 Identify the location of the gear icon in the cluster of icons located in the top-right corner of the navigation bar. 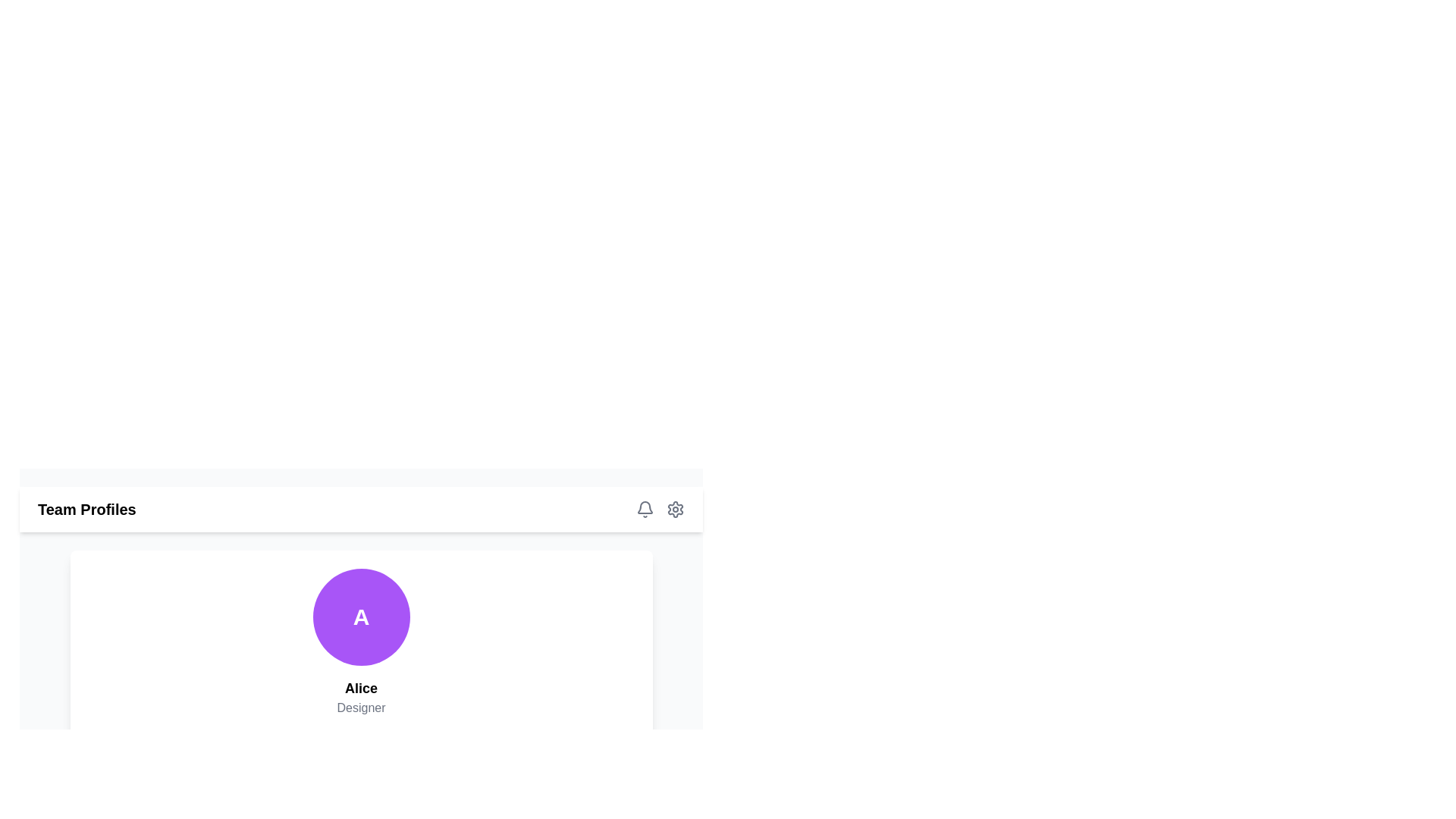
(660, 509).